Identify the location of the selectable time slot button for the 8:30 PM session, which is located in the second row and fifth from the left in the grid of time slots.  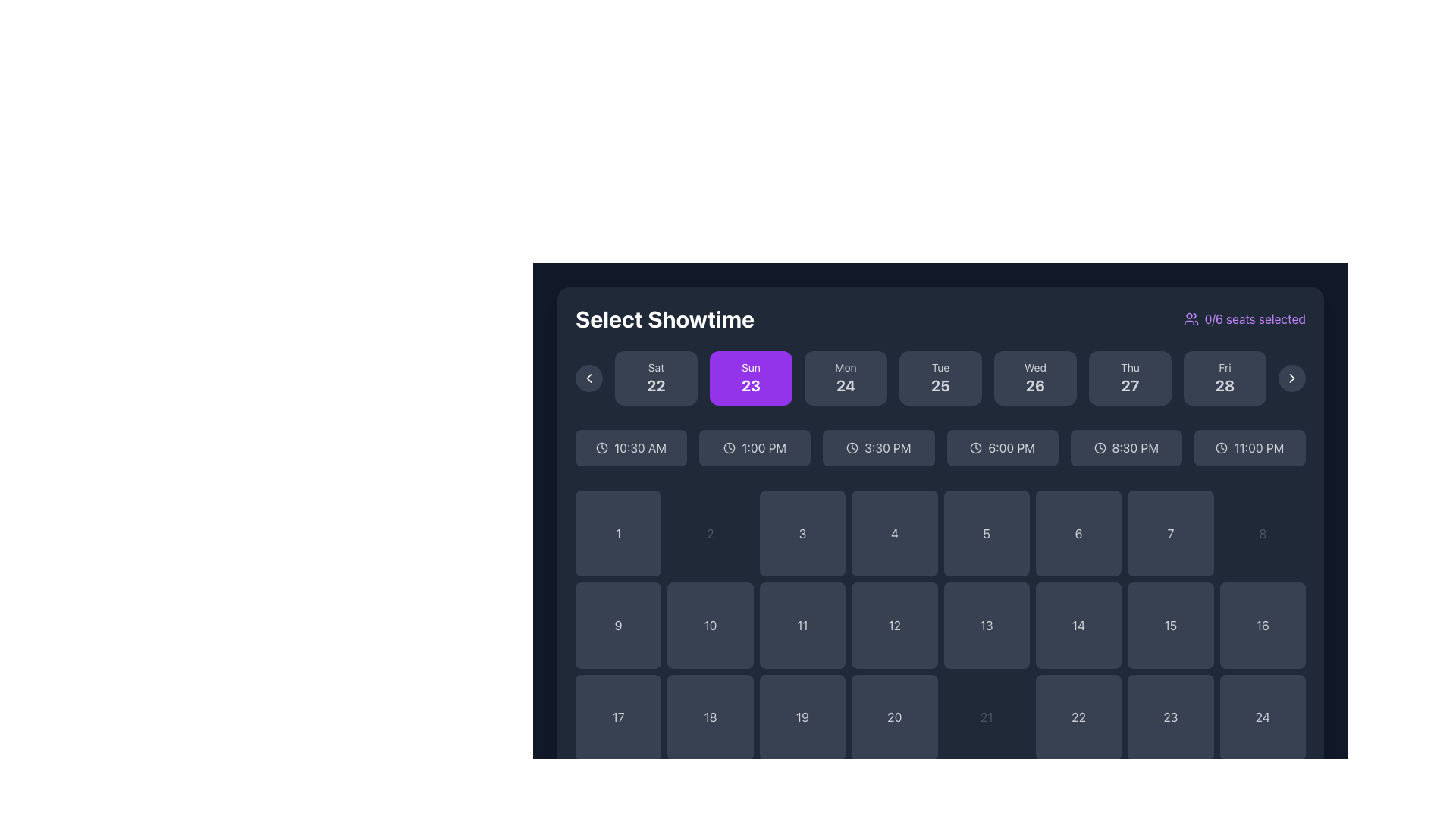
(1126, 447).